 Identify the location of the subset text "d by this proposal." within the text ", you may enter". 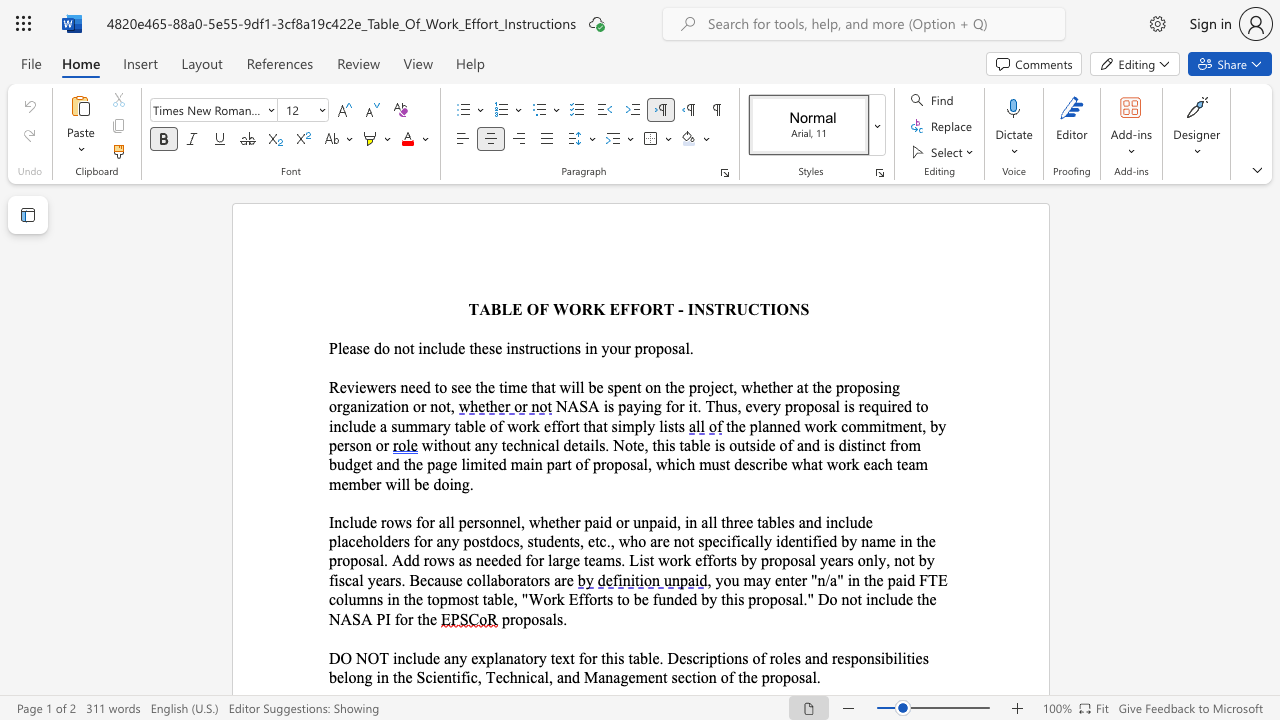
(689, 598).